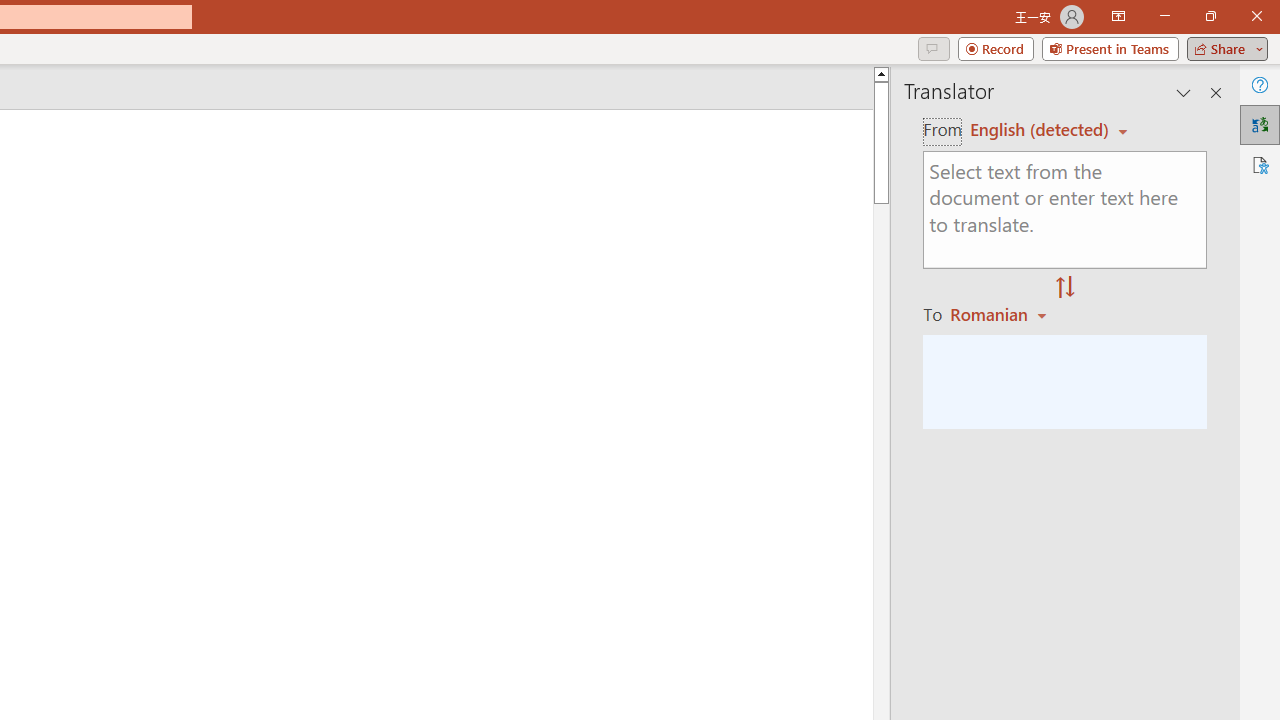 The width and height of the screenshot is (1280, 720). I want to click on 'Romanian', so click(1001, 313).